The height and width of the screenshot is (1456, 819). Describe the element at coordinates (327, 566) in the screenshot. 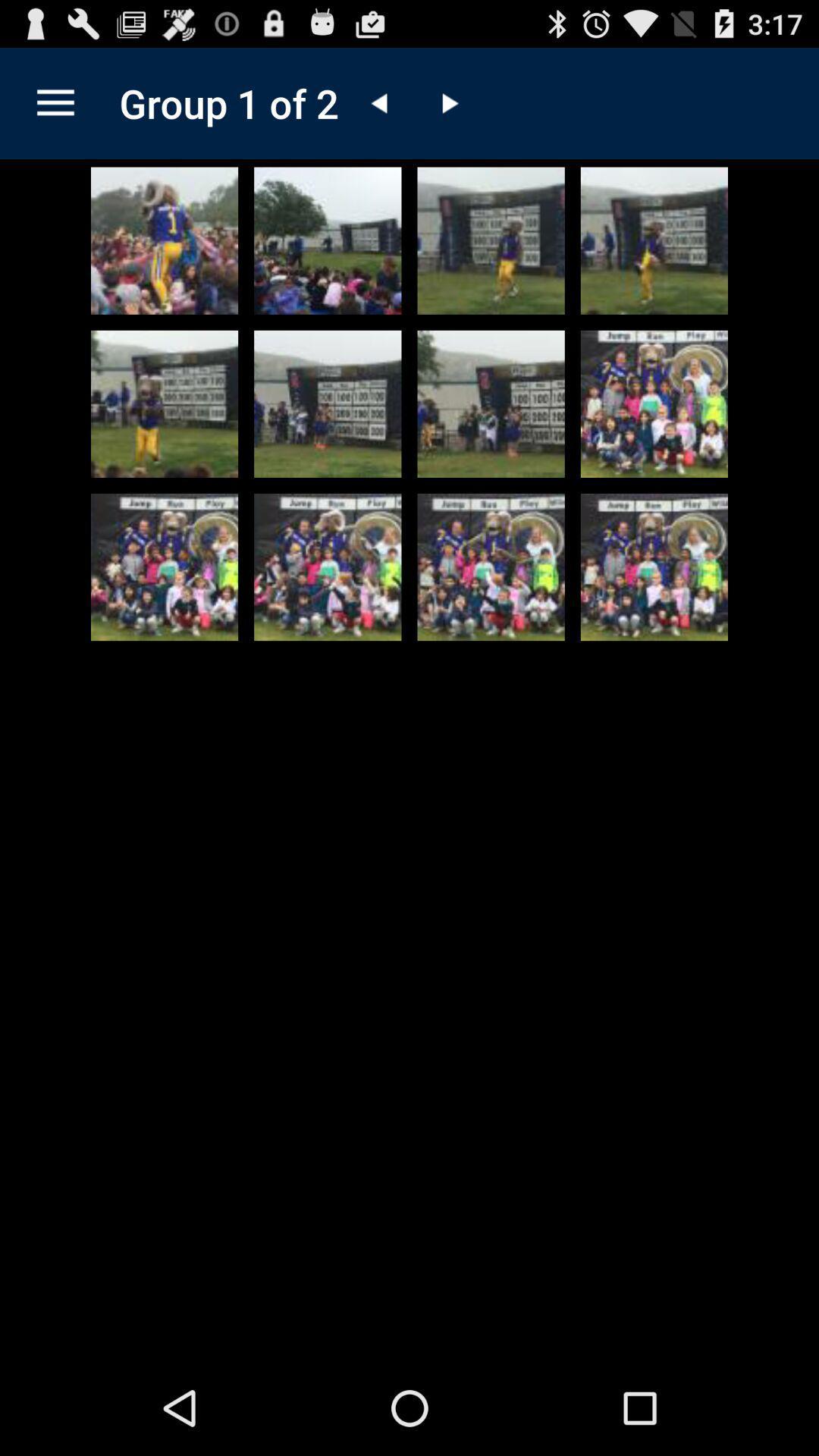

I see `photograph` at that location.